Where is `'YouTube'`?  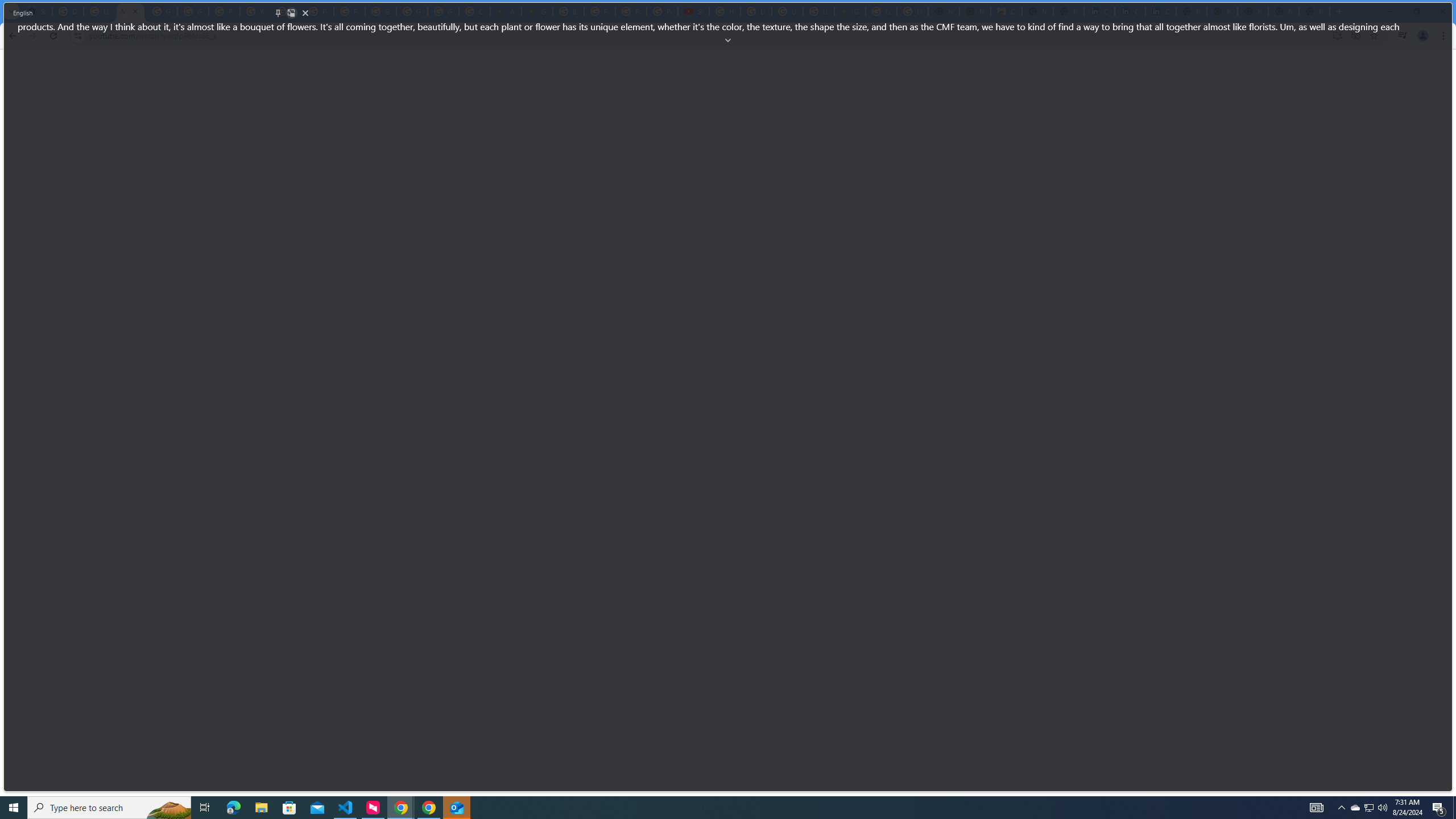
'YouTube' is located at coordinates (255, 11).